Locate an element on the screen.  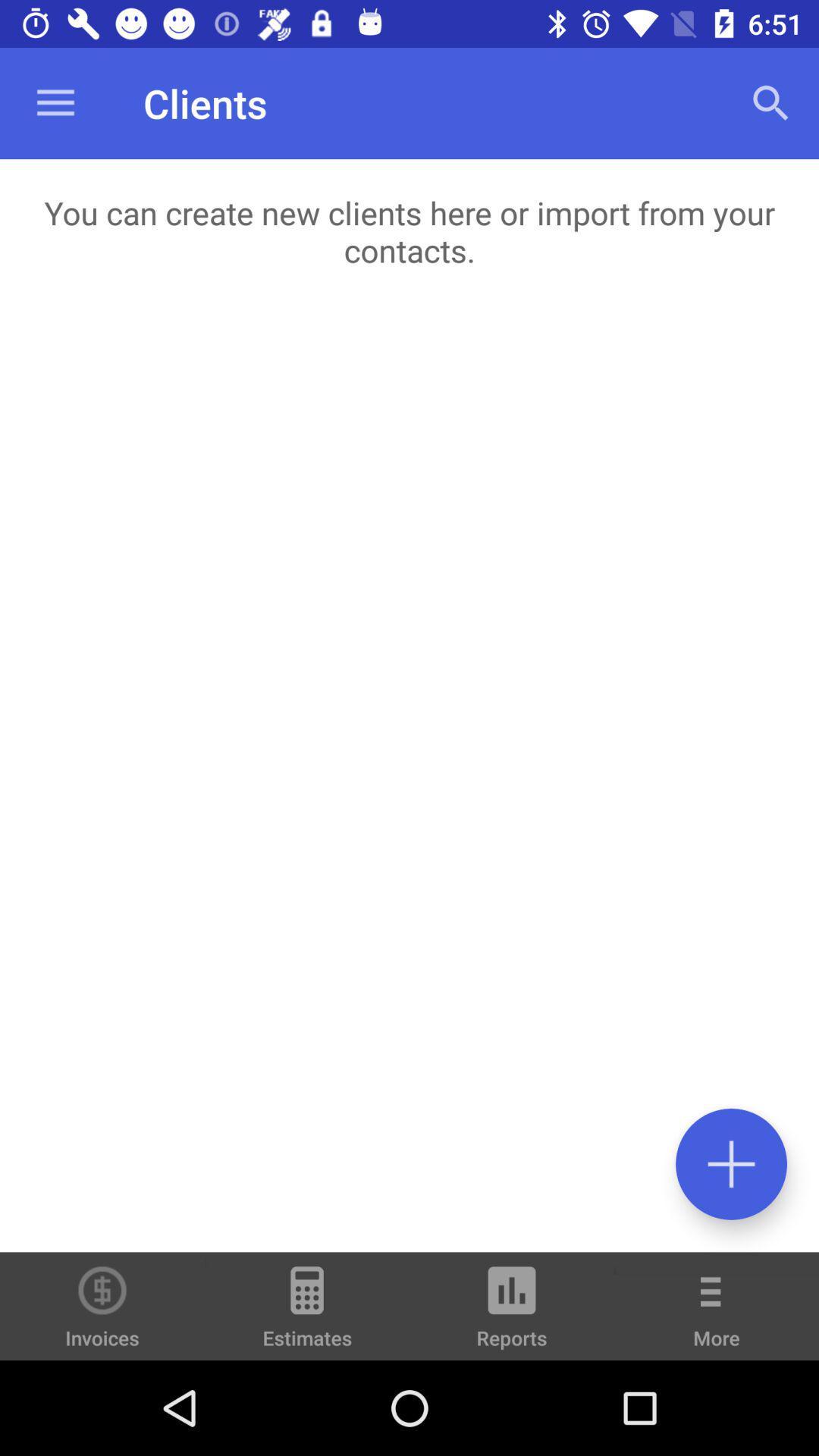
icon to the left of the reports item is located at coordinates (307, 1313).